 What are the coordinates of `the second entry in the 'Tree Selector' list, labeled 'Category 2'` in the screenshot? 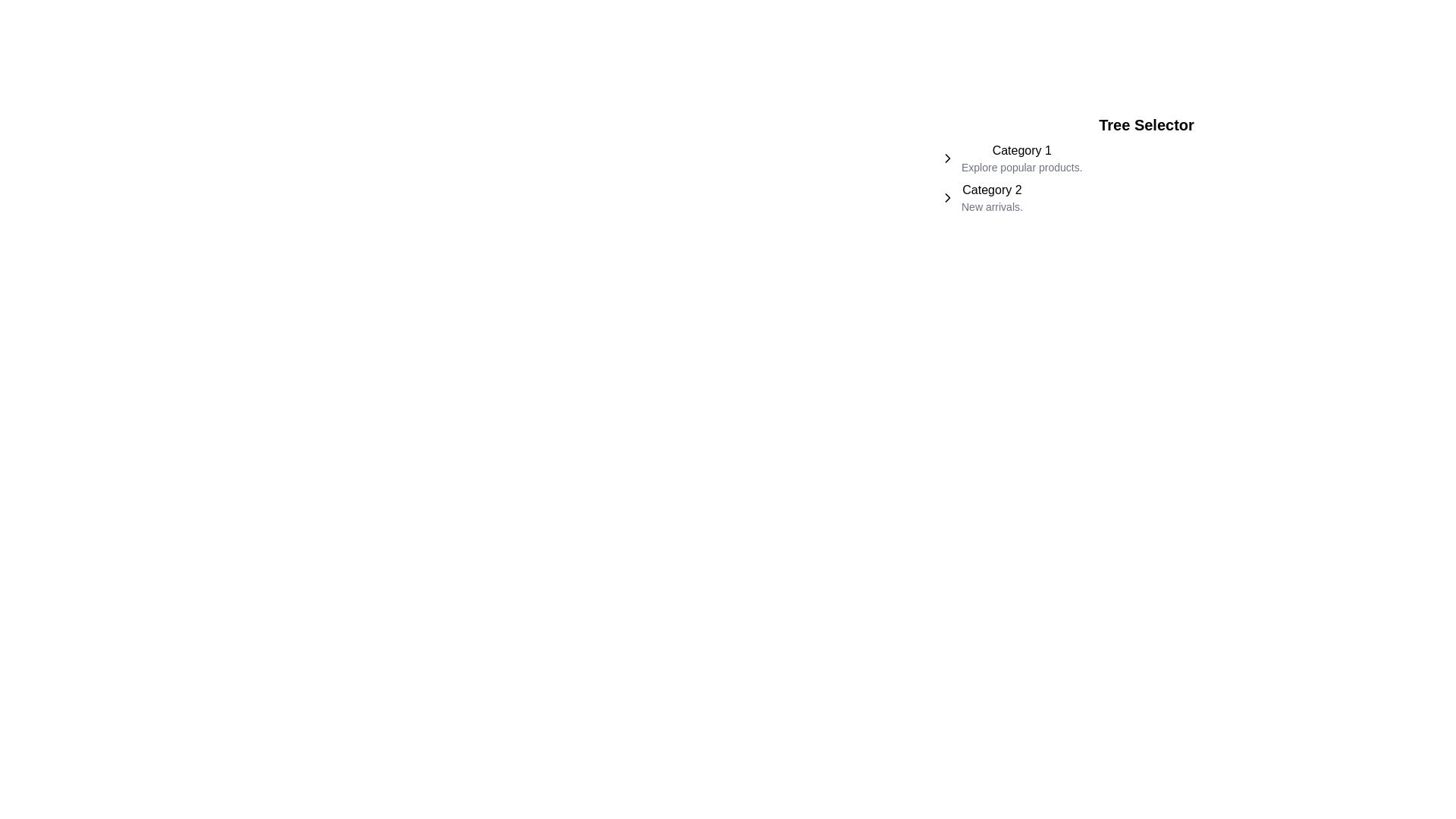 It's located at (992, 197).